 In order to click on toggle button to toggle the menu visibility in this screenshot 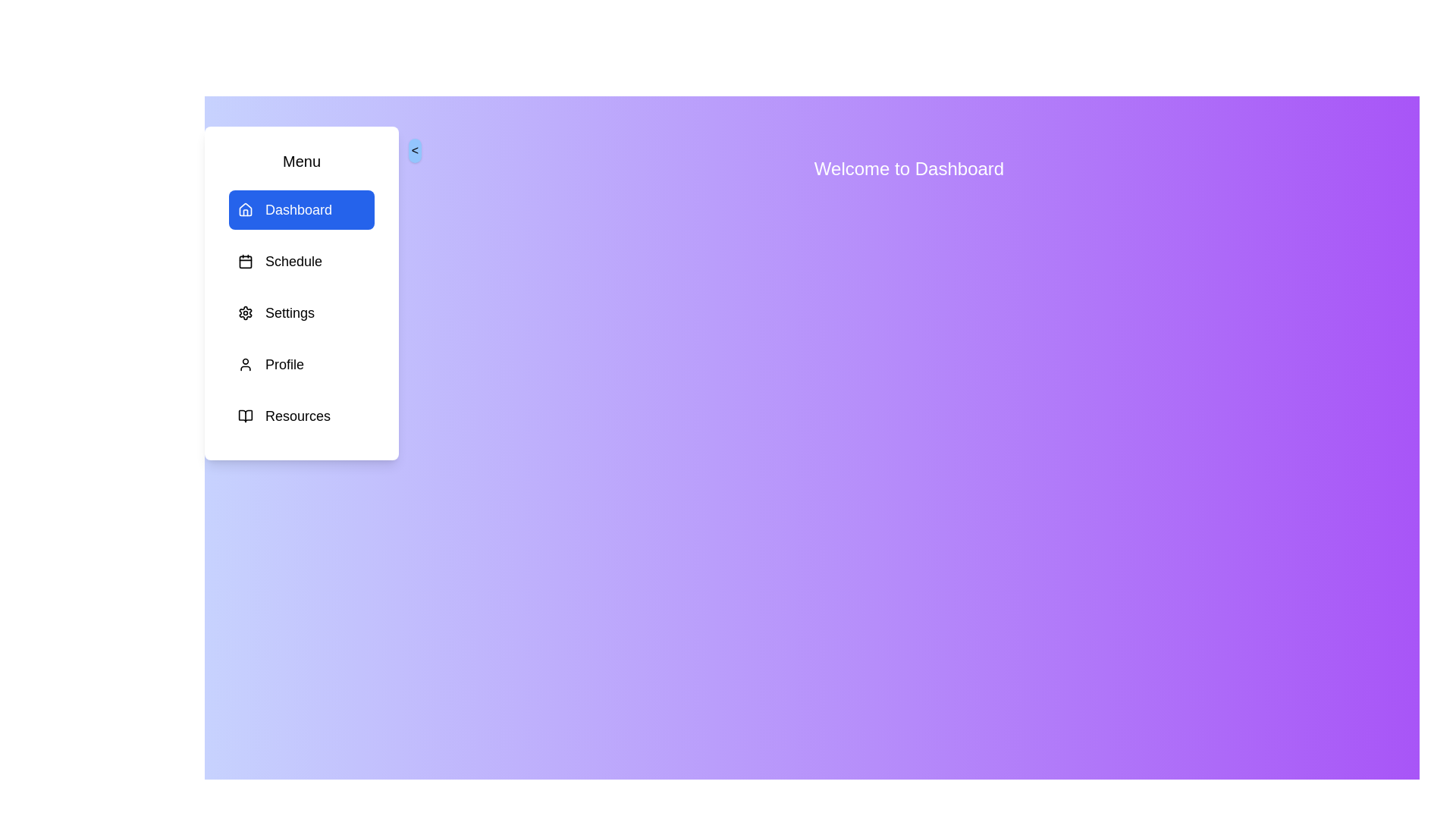, I will do `click(415, 151)`.